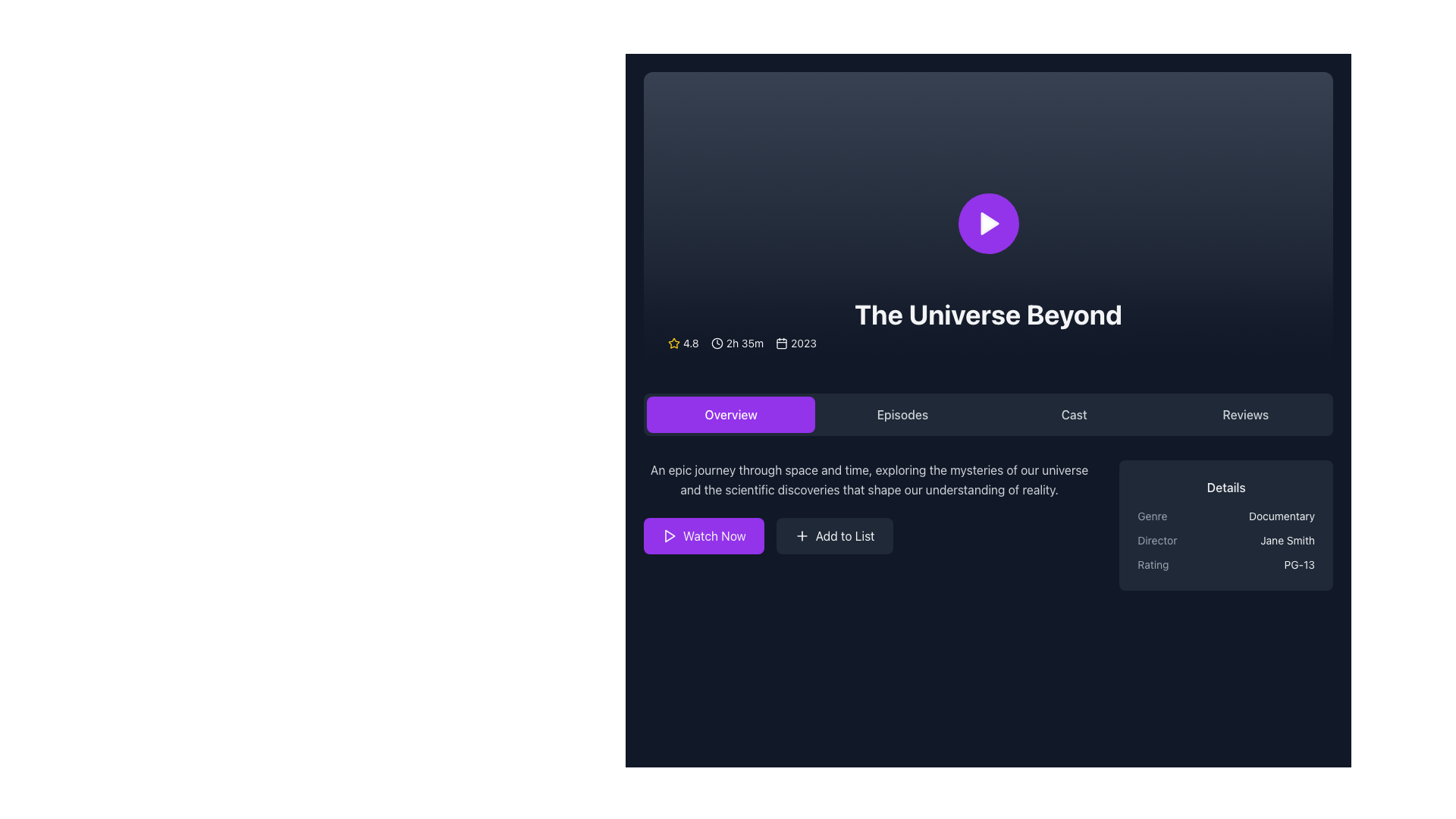 The height and width of the screenshot is (819, 1456). What do you see at coordinates (988, 415) in the screenshot?
I see `the navigation bar containing the tabs labeled 'Overview', 'Episodes', 'Cast', and 'Reviews'` at bounding box center [988, 415].